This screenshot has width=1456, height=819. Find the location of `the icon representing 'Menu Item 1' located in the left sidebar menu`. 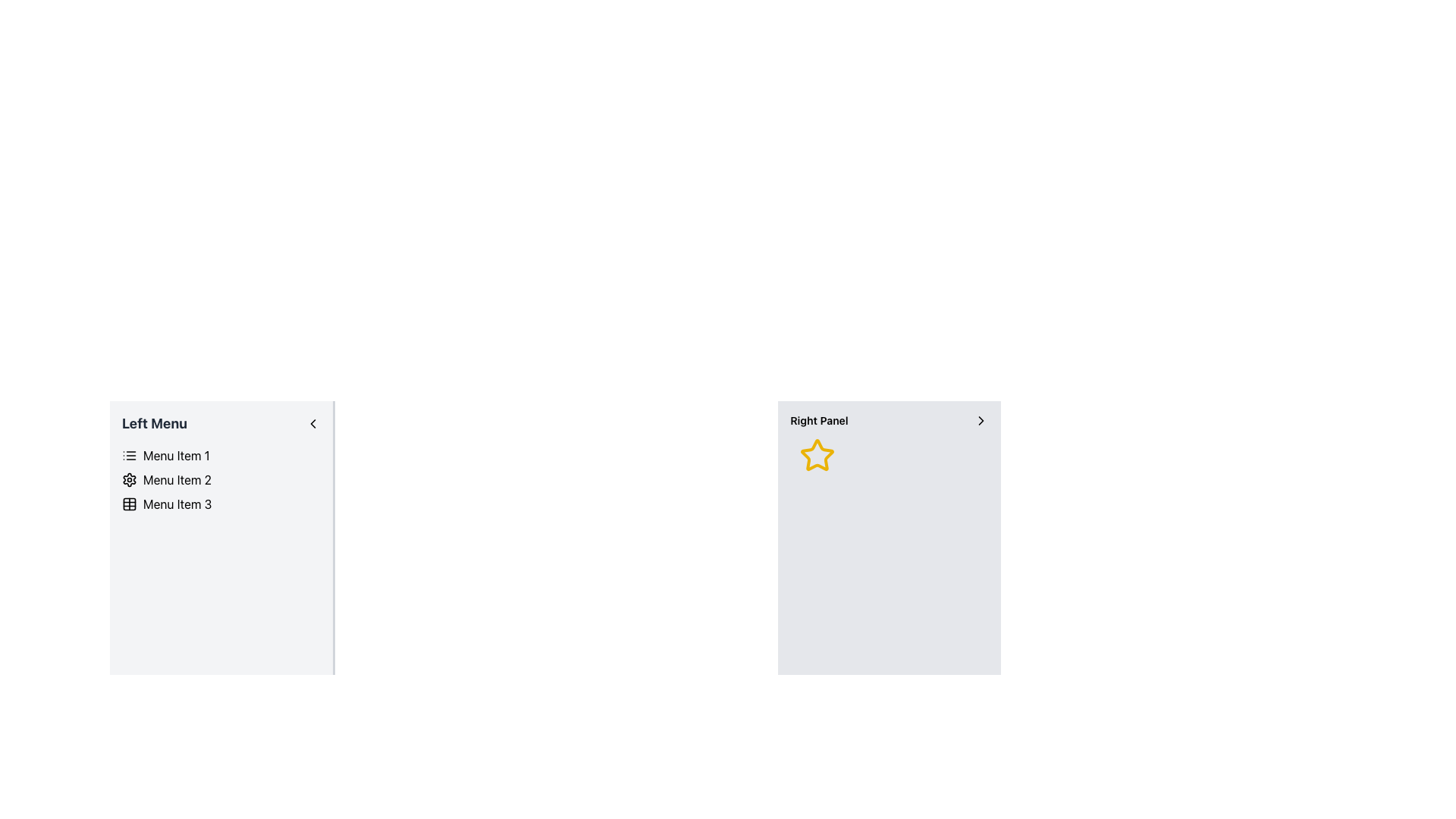

the icon representing 'Menu Item 1' located in the left sidebar menu is located at coordinates (130, 455).